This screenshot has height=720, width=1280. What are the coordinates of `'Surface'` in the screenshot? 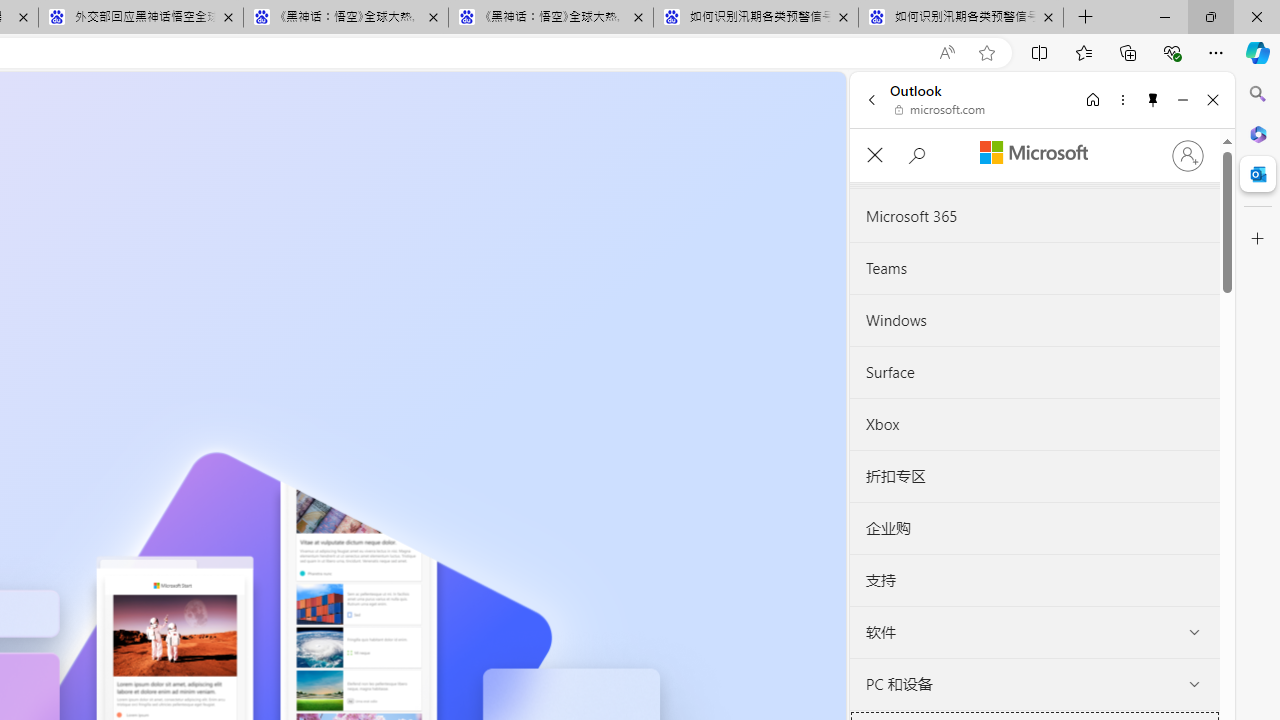 It's located at (1034, 372).